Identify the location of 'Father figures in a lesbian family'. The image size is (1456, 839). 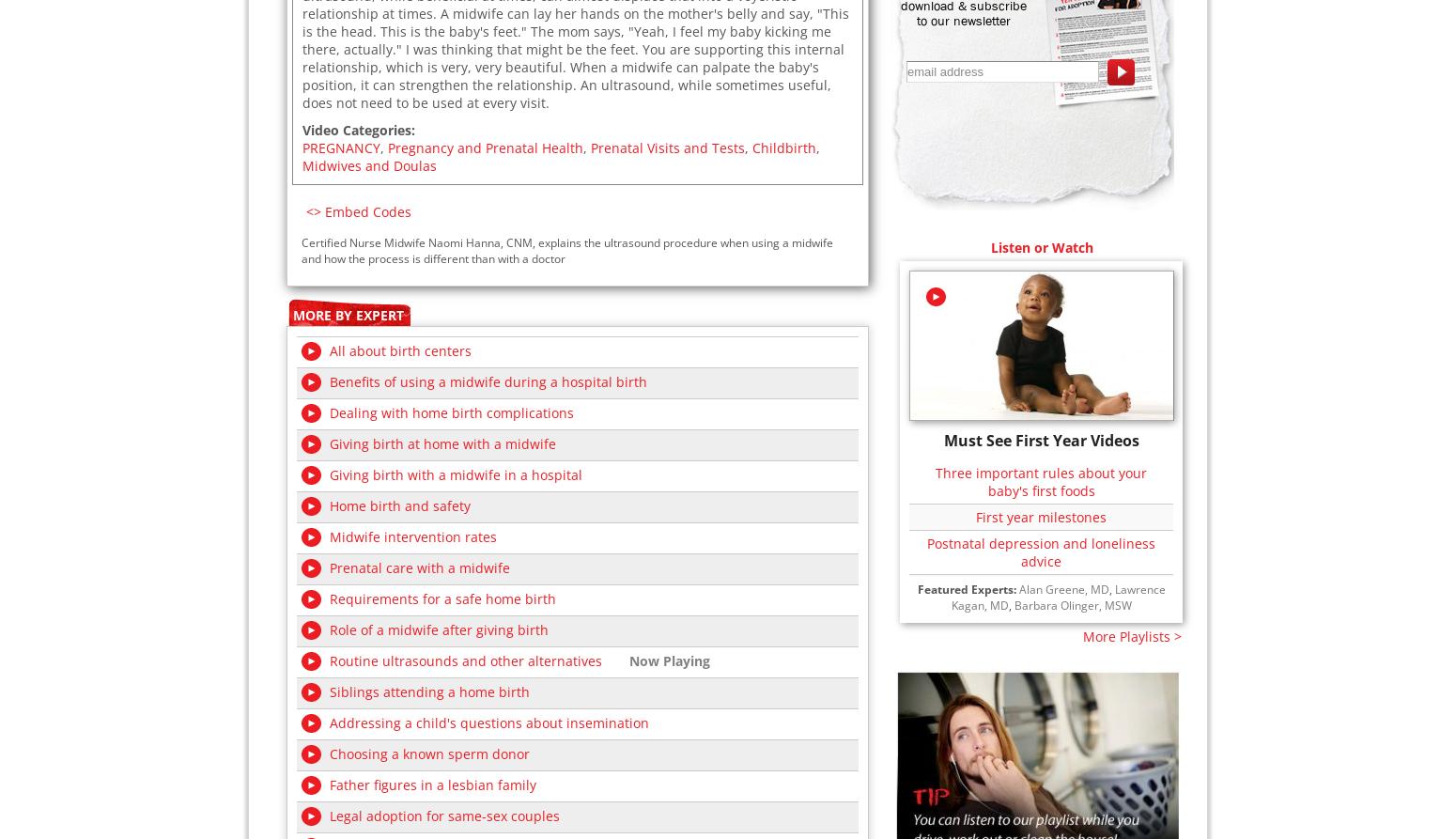
(432, 783).